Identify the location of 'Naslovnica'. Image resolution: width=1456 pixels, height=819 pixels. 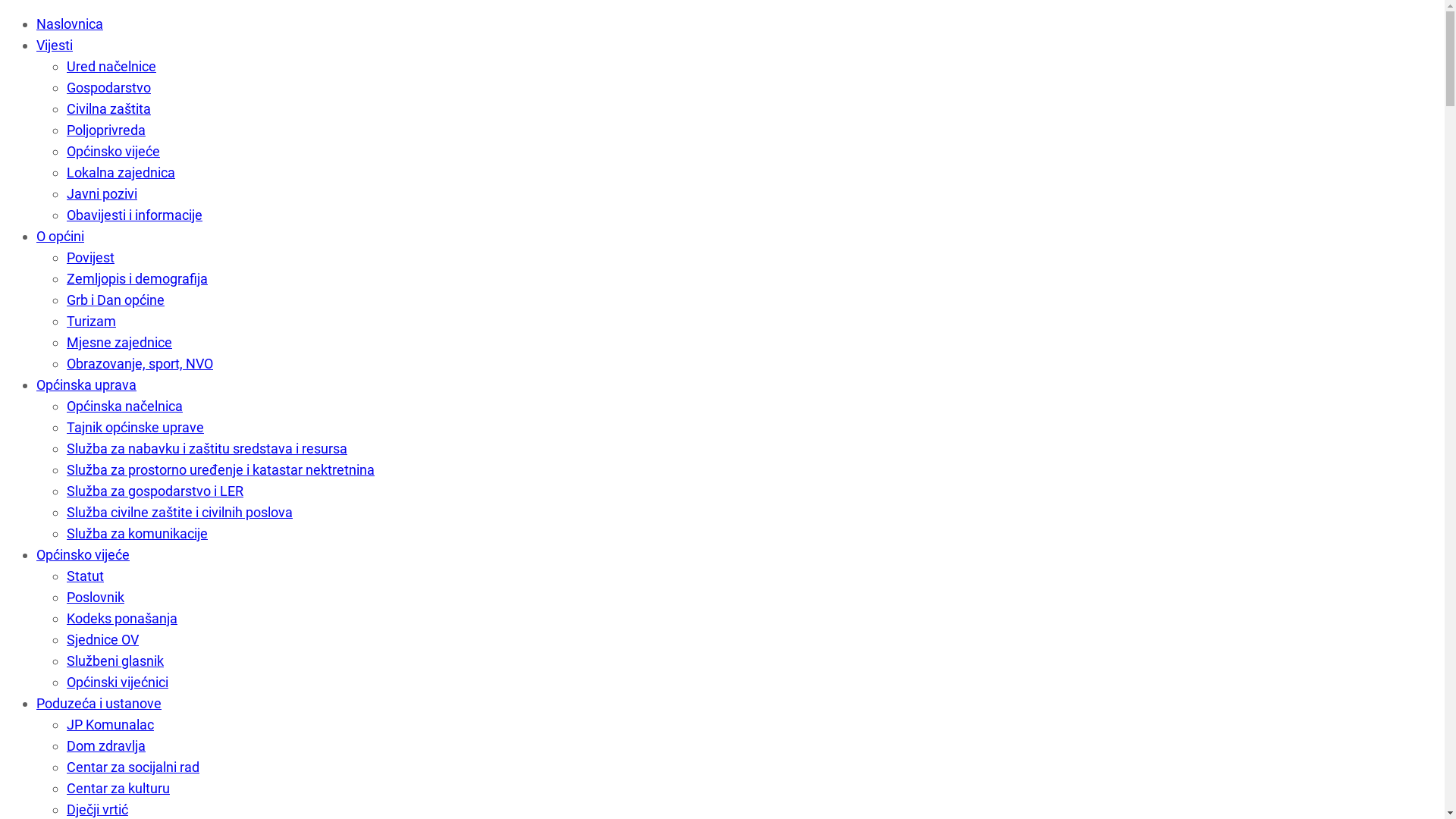
(68, 24).